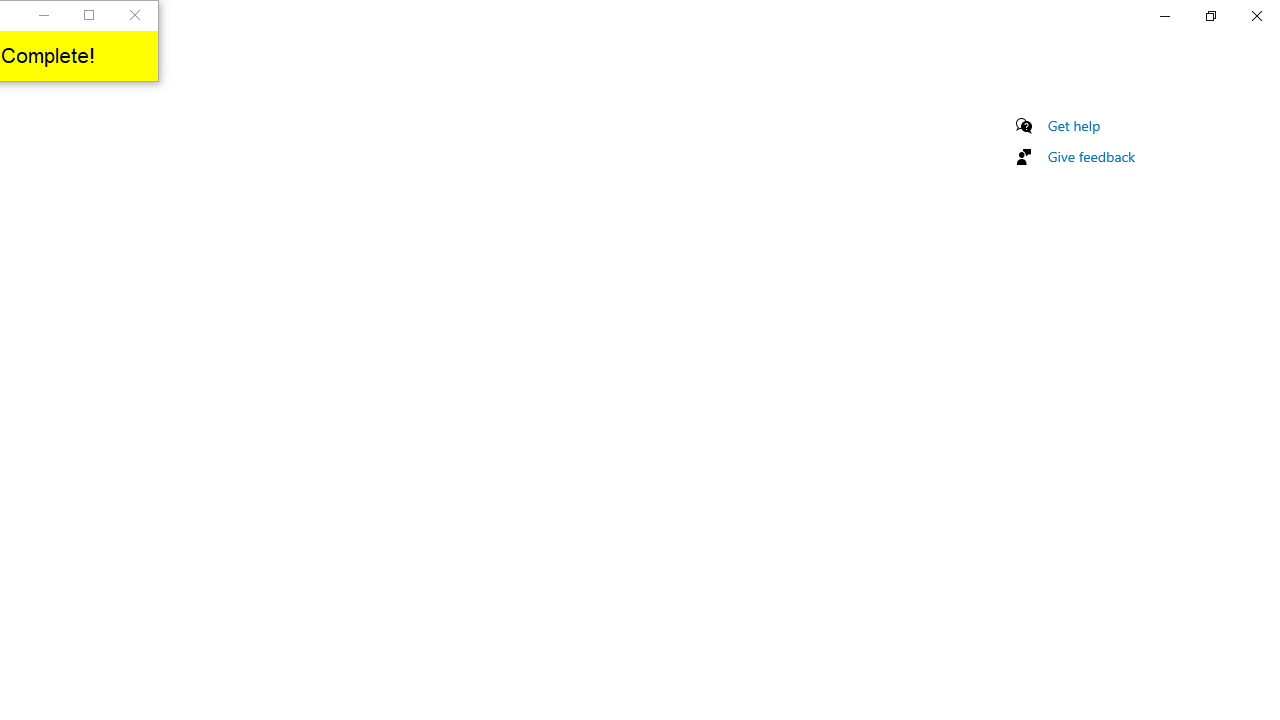 Image resolution: width=1280 pixels, height=720 pixels. I want to click on 'Minimize Settings', so click(1164, 15).